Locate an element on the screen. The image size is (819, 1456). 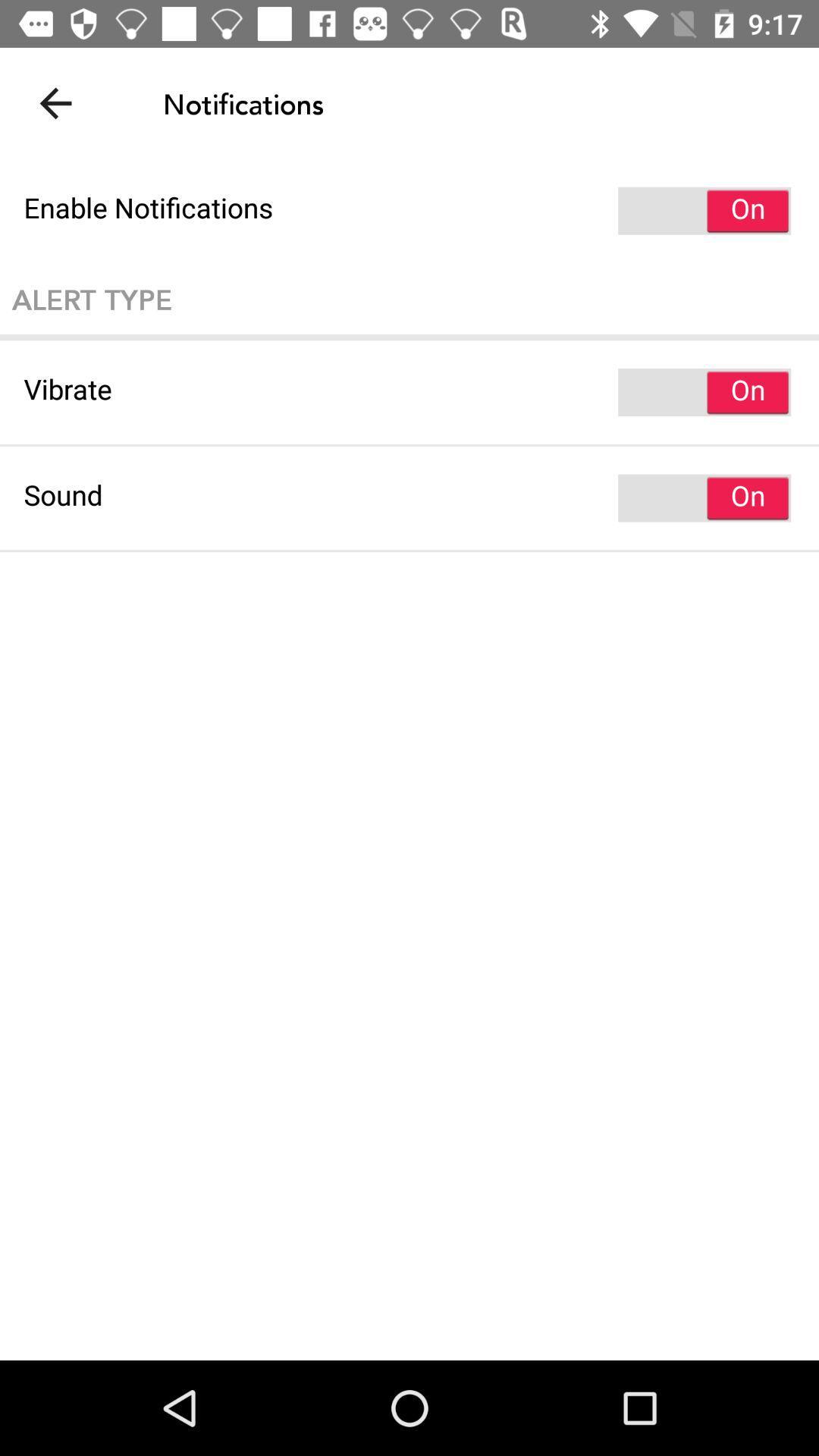
the icon above enable notifications is located at coordinates (55, 102).